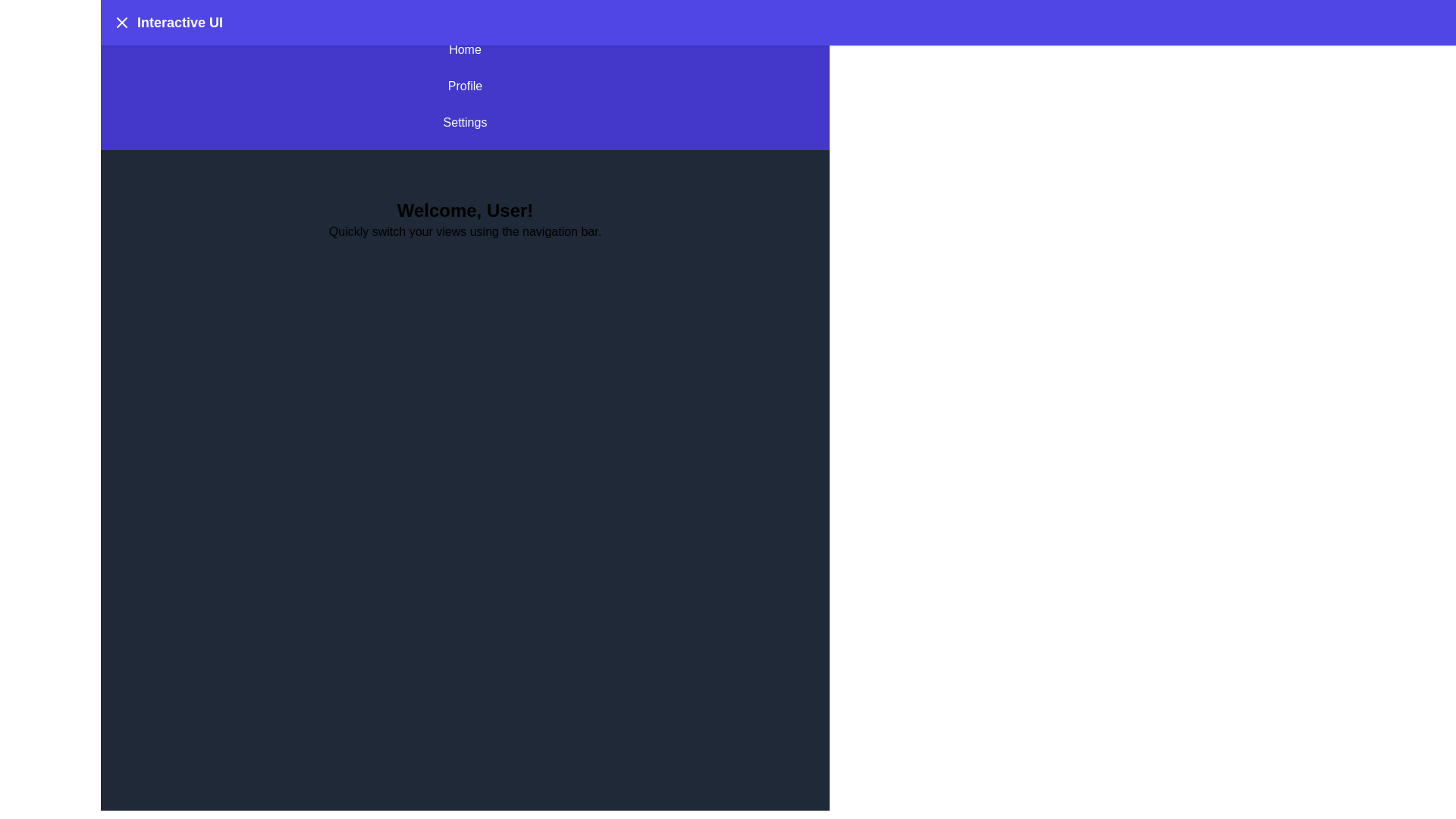 Image resolution: width=1456 pixels, height=819 pixels. I want to click on the header title labeled 'Interactive UI', so click(179, 23).